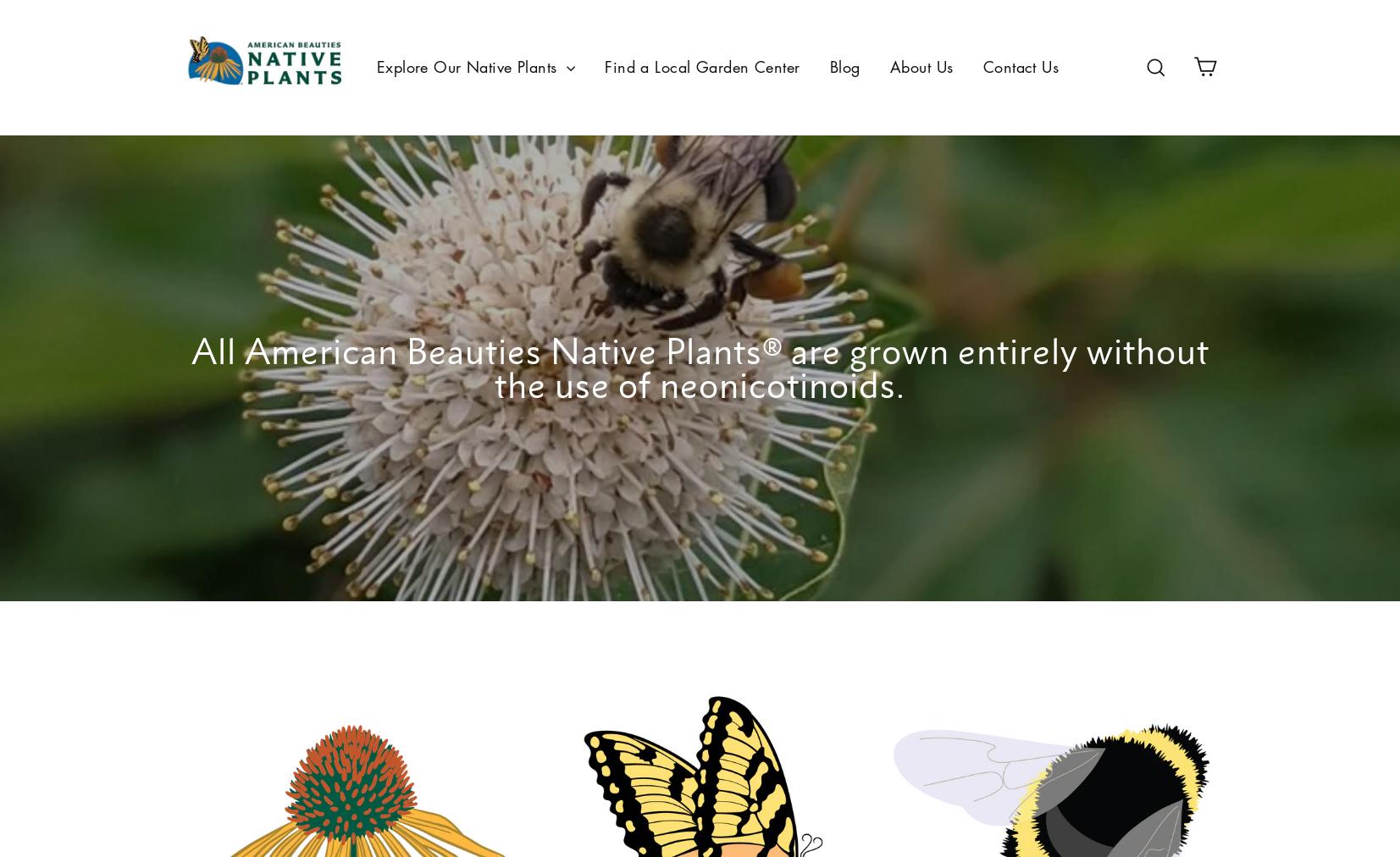  Describe the element at coordinates (701, 65) in the screenshot. I see `'Find a Local Garden Center'` at that location.